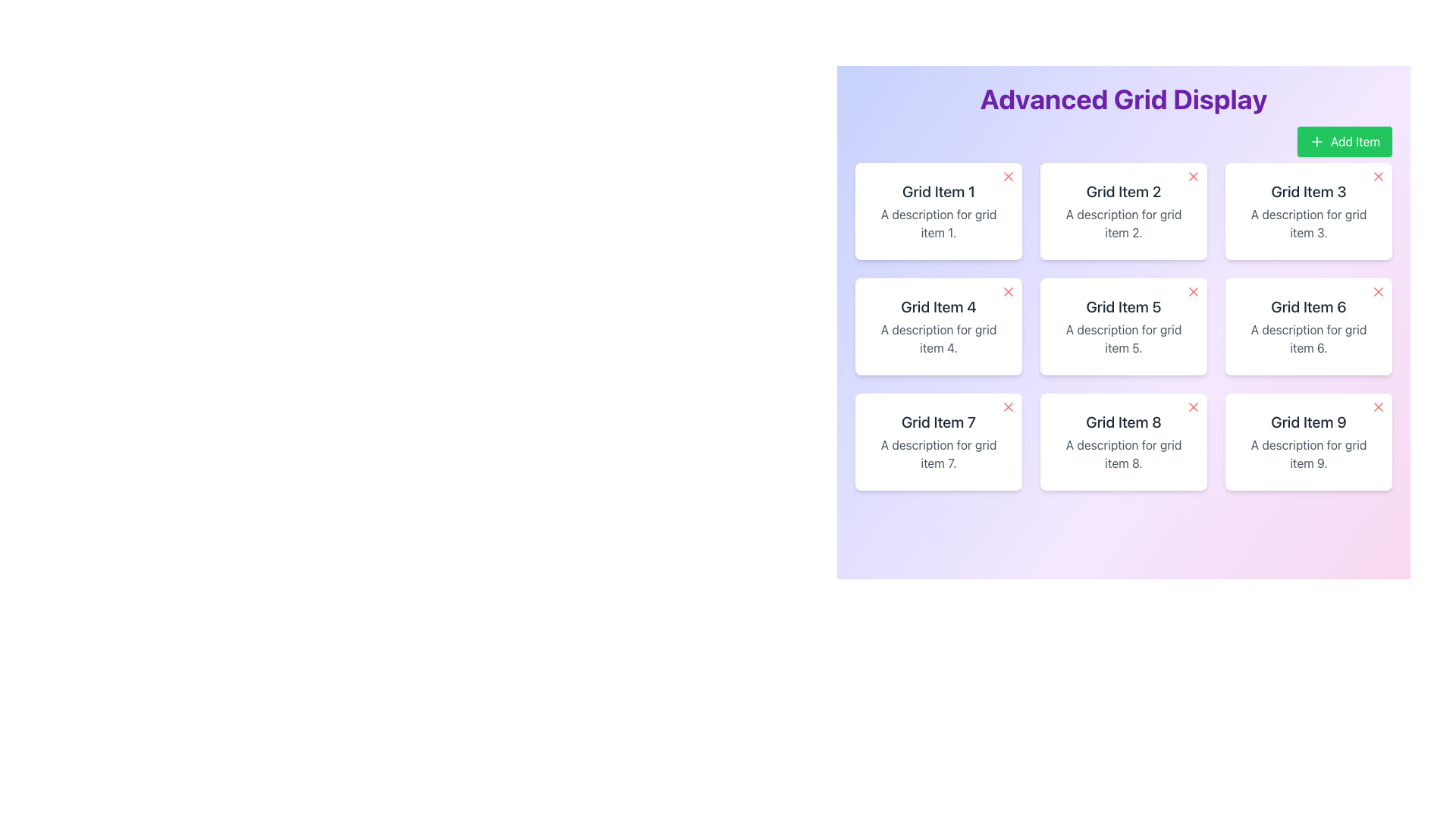  I want to click on the close or delete button located in the top-right corner of the card labeled 'Grid Item 8', so click(1193, 406).